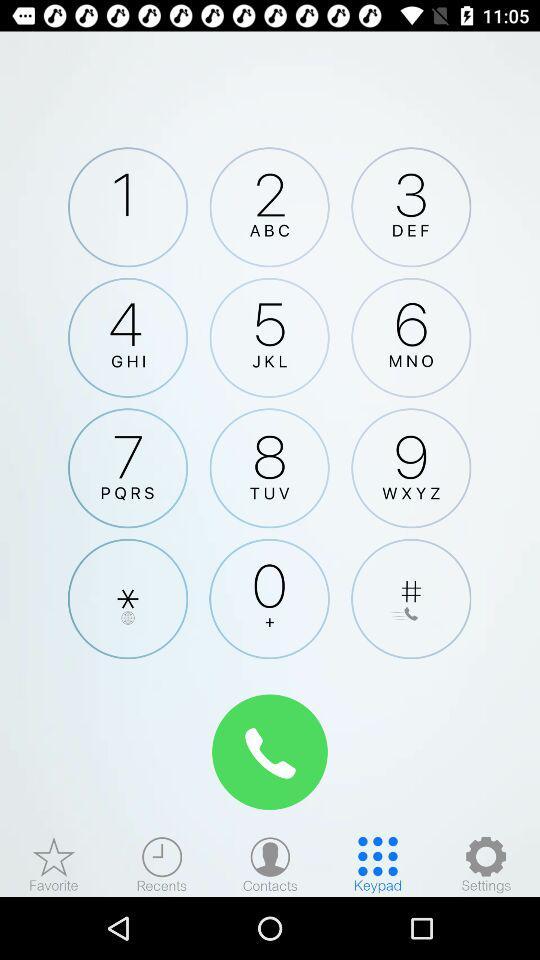 The width and height of the screenshot is (540, 960). What do you see at coordinates (410, 207) in the screenshot?
I see `choose number 3` at bounding box center [410, 207].